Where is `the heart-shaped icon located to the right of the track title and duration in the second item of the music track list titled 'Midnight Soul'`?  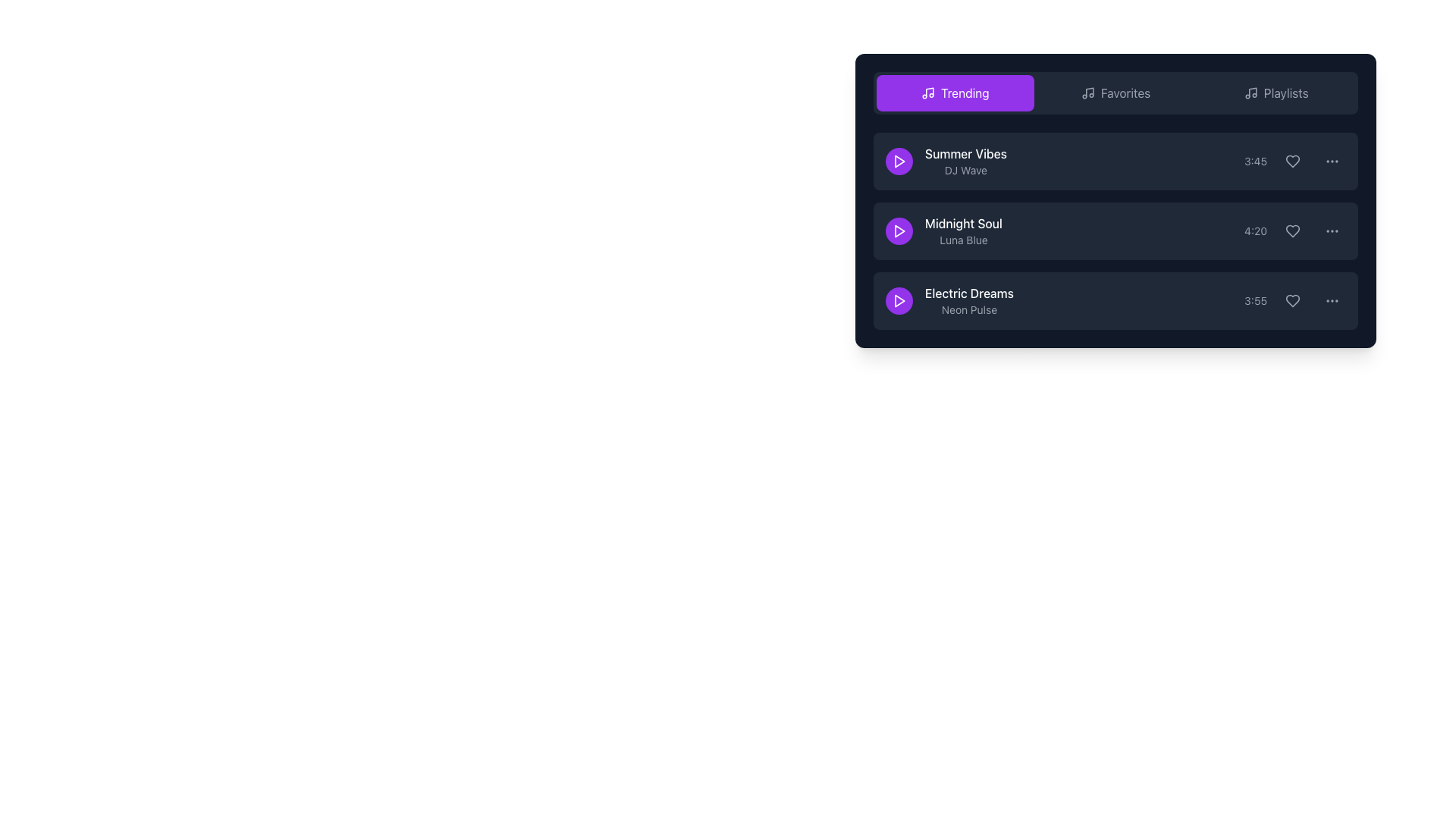 the heart-shaped icon located to the right of the track title and duration in the second item of the music track list titled 'Midnight Soul' is located at coordinates (1291, 231).